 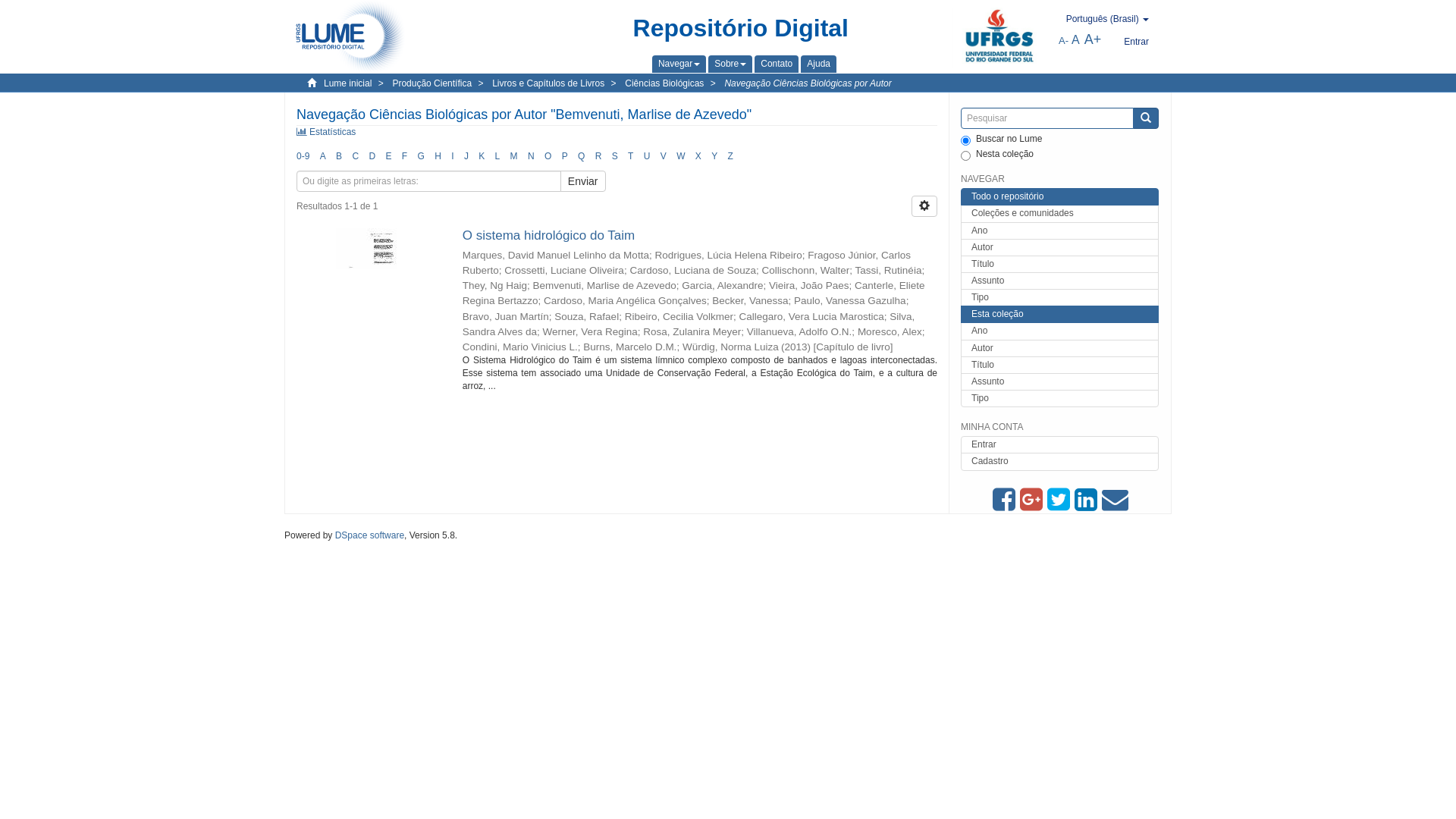 I want to click on 'N', so click(x=531, y=155).